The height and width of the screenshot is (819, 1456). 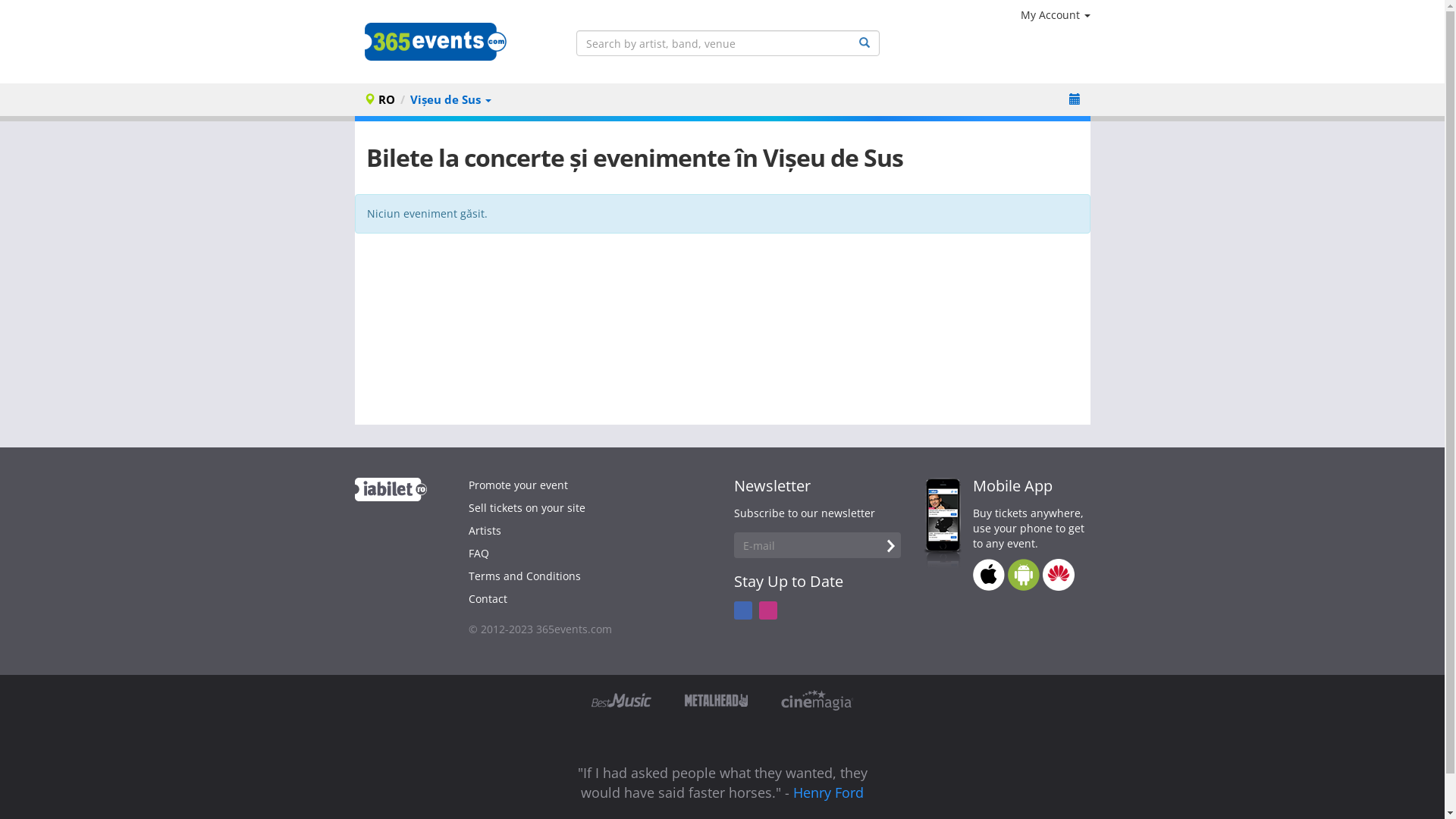 What do you see at coordinates (484, 529) in the screenshot?
I see `'Artists'` at bounding box center [484, 529].